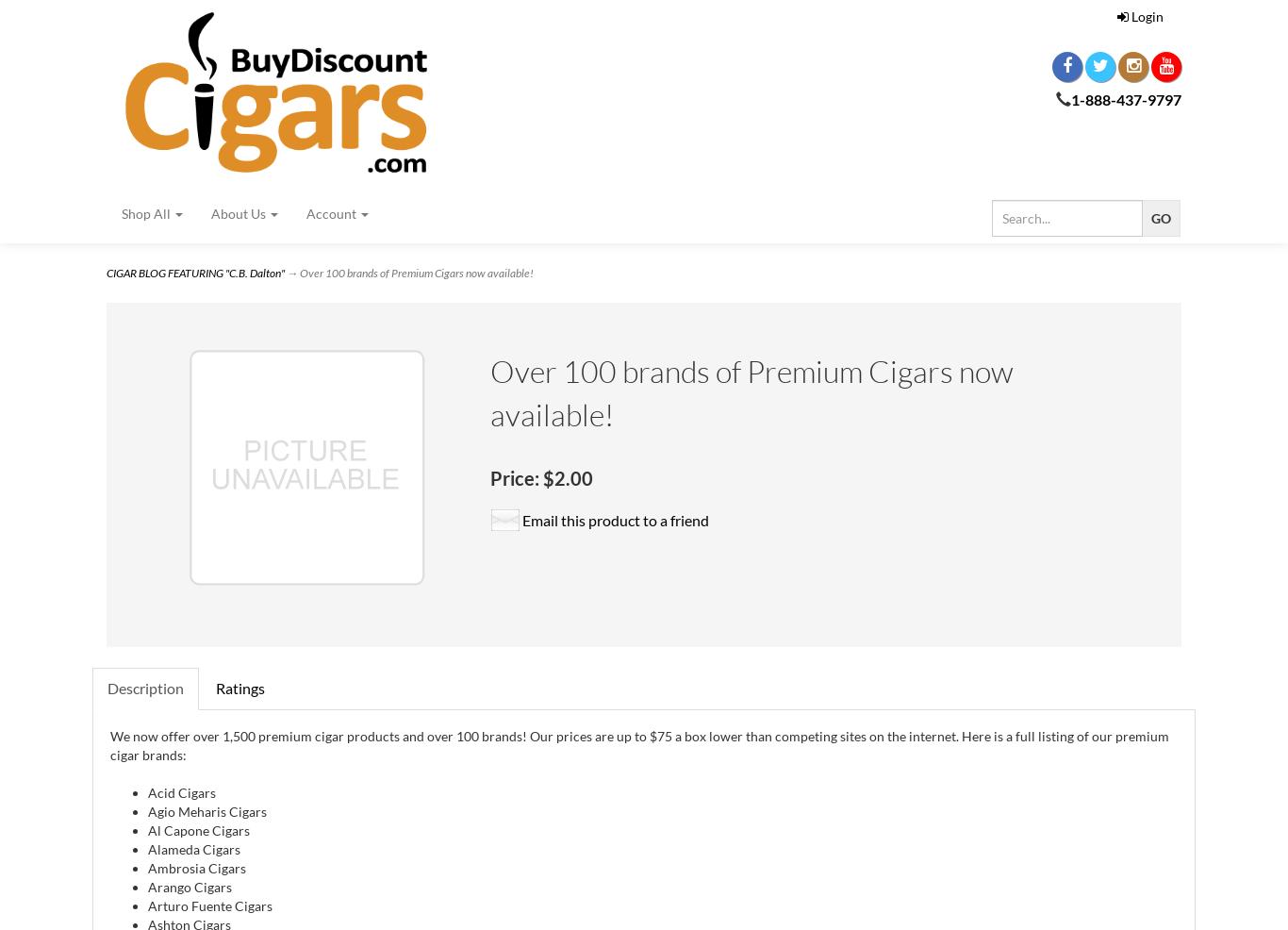 Image resolution: width=1288 pixels, height=930 pixels. I want to click on 'Alameda Cigars', so click(192, 847).